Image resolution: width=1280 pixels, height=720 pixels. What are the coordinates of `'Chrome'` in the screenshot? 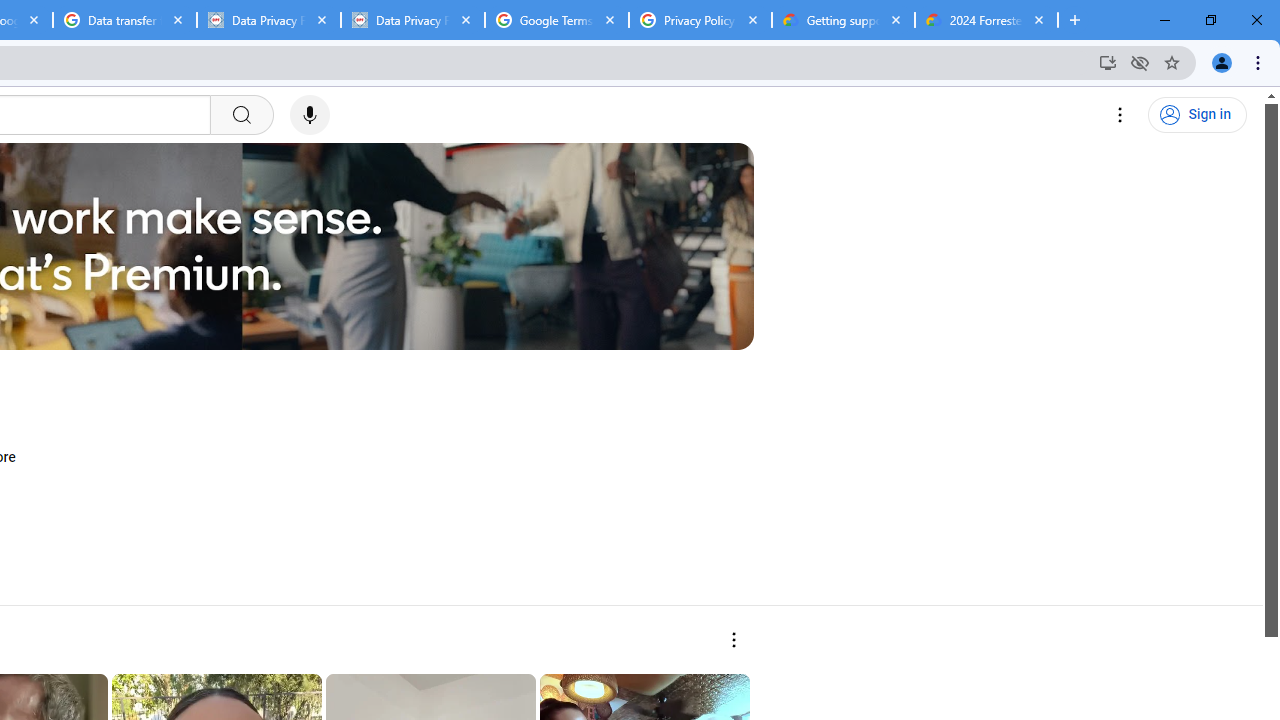 It's located at (1259, 61).